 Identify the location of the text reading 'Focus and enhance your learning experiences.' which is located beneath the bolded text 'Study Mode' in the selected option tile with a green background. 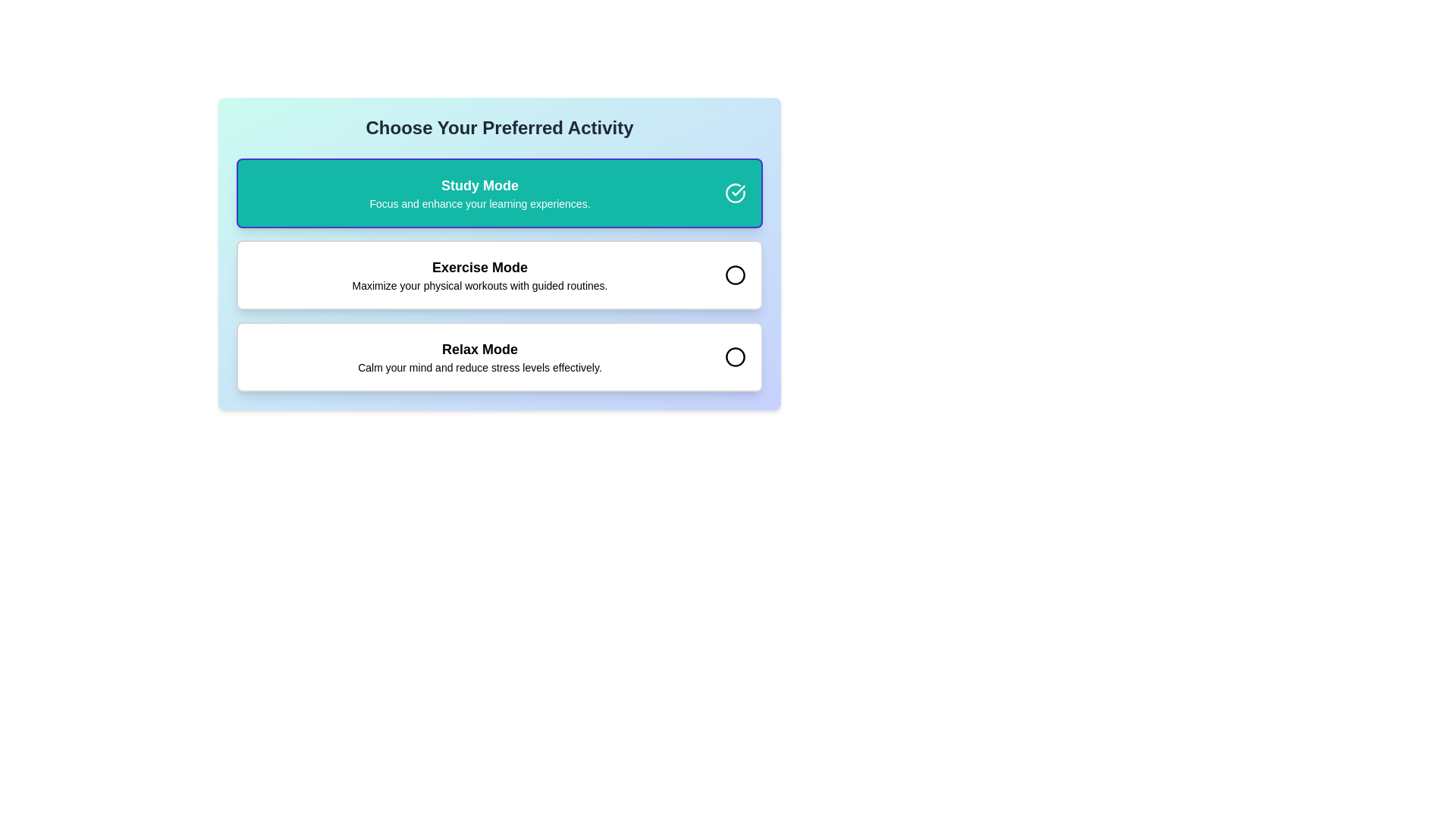
(479, 203).